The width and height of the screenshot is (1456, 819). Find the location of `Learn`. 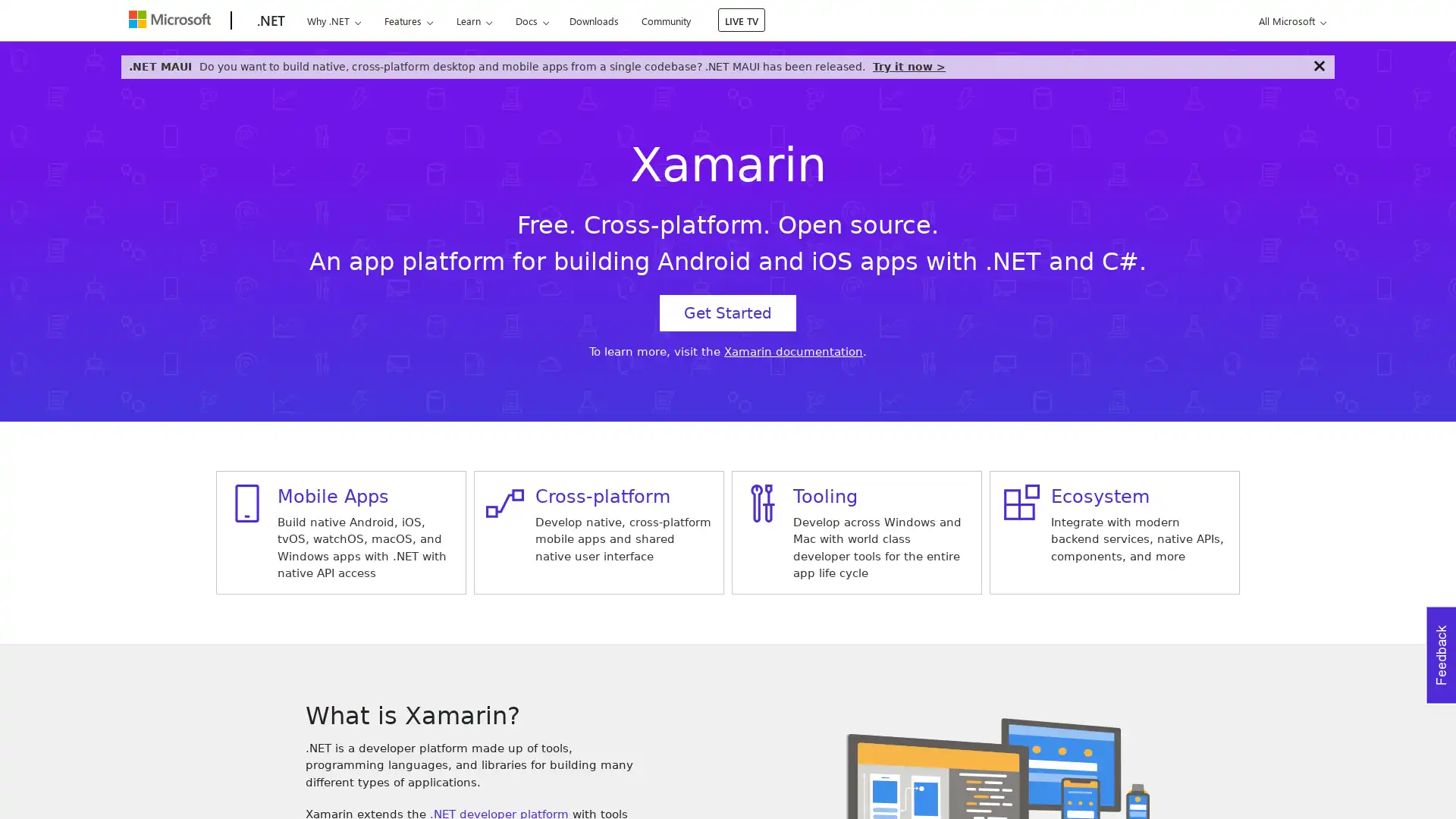

Learn is located at coordinates (472, 20).